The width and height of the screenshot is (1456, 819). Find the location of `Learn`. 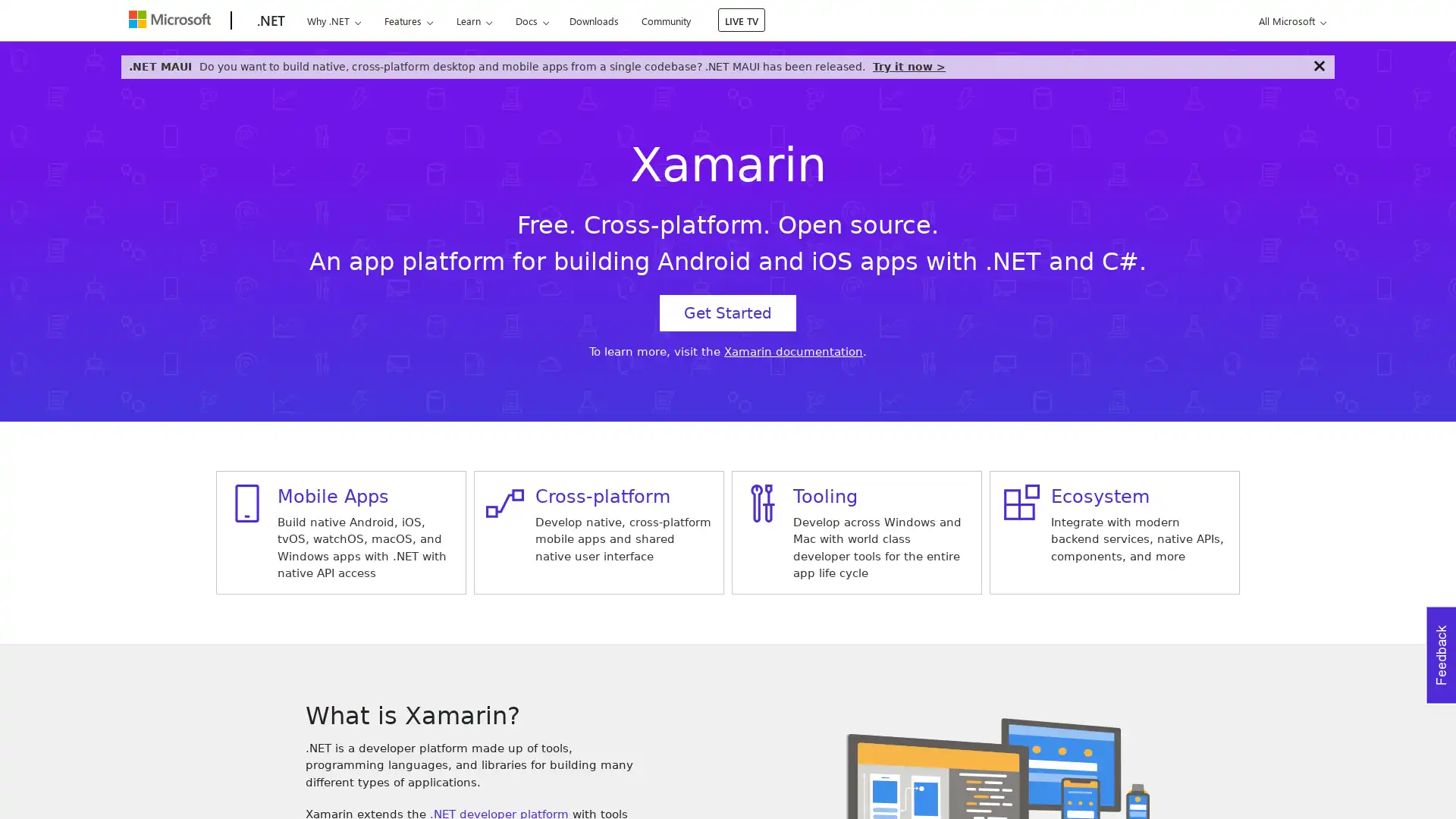

Learn is located at coordinates (472, 20).